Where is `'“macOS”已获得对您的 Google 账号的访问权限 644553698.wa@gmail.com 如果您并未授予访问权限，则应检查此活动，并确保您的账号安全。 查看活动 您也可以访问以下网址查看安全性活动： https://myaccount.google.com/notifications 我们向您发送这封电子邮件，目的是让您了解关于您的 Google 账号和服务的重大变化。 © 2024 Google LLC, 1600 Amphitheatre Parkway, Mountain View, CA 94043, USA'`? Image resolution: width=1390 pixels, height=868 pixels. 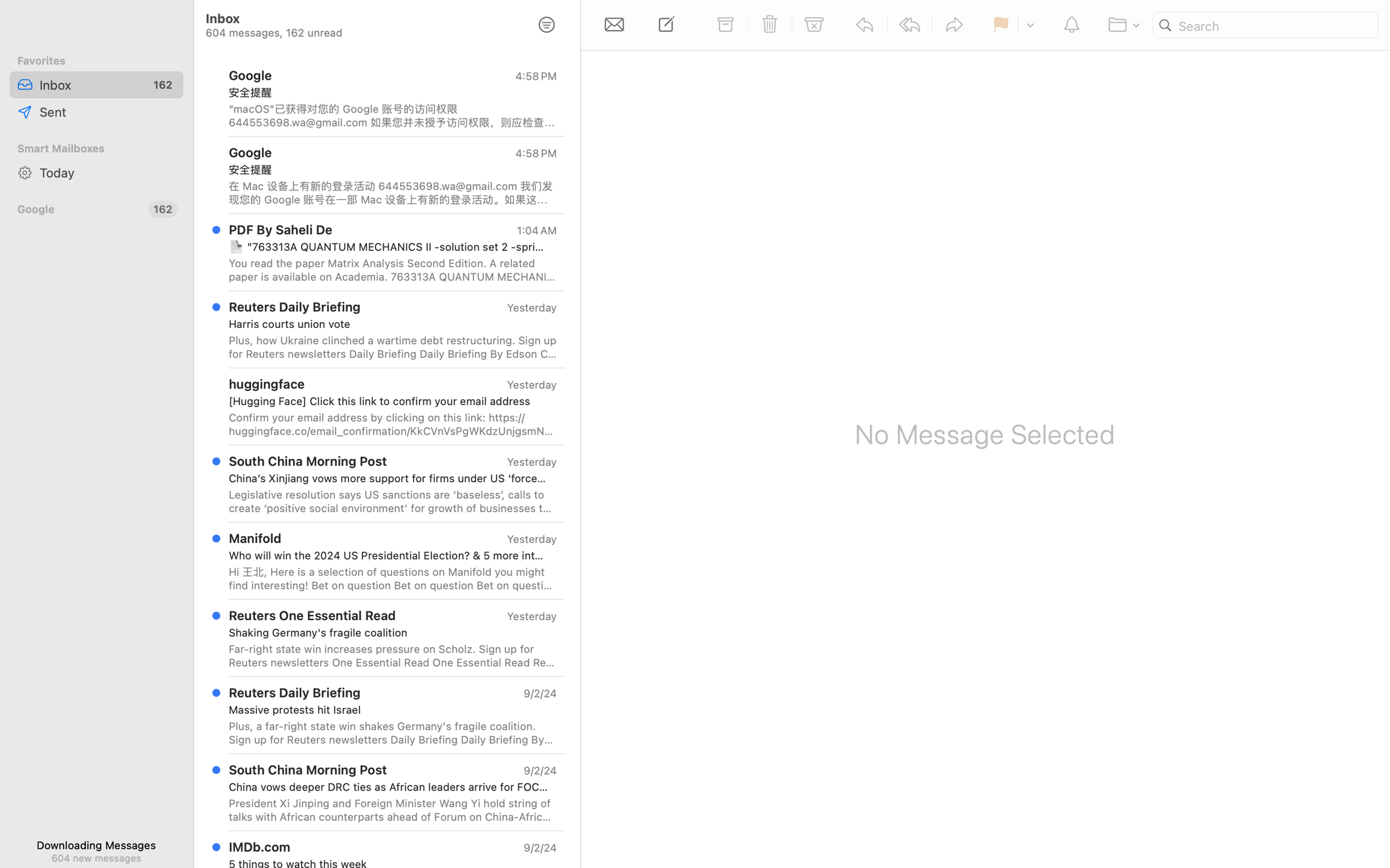 '“macOS”已获得对您的 Google 账号的访问权限 644553698.wa@gmail.com 如果您并未授予访问权限，则应检查此活动，并确保您的账号安全。 查看活动 您也可以访问以下网址查看安全性活动： https://myaccount.google.com/notifications 我们向您发送这封电子邮件，目的是让您了解关于您的 Google 账号和服务的重大变化。 © 2024 Google LLC, 1600 Amphitheatre Parkway, Mountain View, CA 94043, USA' is located at coordinates (392, 115).